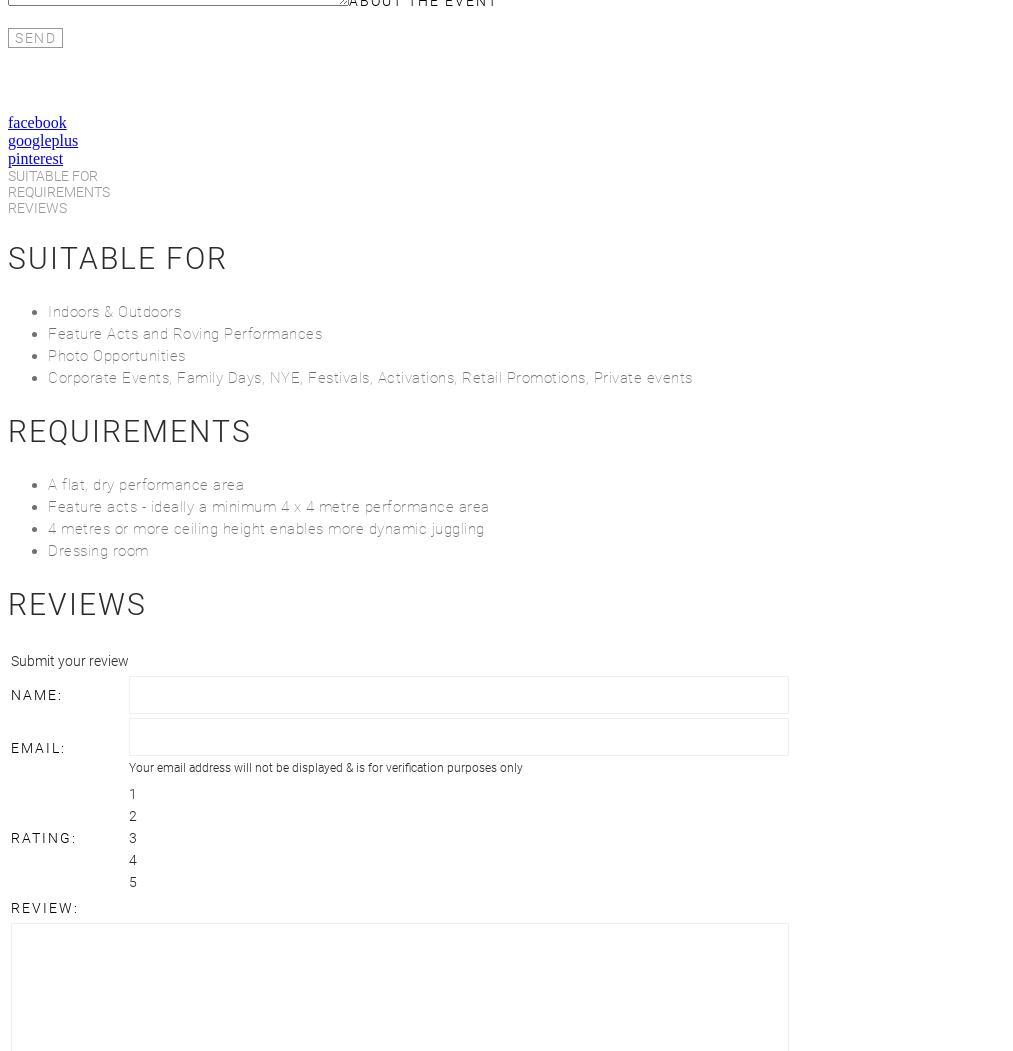 This screenshot has height=1051, width=1013. I want to click on 'Photo Opportunities', so click(116, 355).